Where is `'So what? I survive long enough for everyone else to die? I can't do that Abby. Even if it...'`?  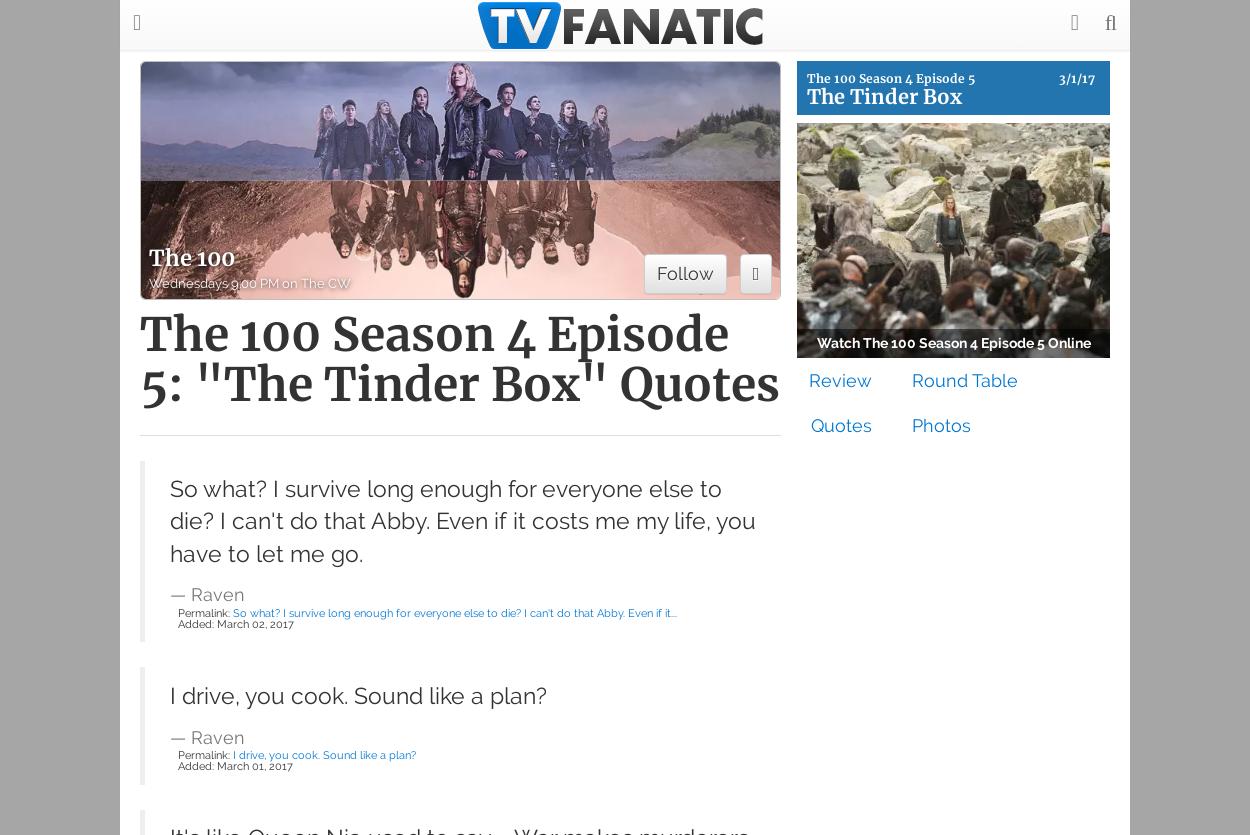 'So what? I survive long enough for everyone else to die? I can't do that Abby. Even if it...' is located at coordinates (232, 611).